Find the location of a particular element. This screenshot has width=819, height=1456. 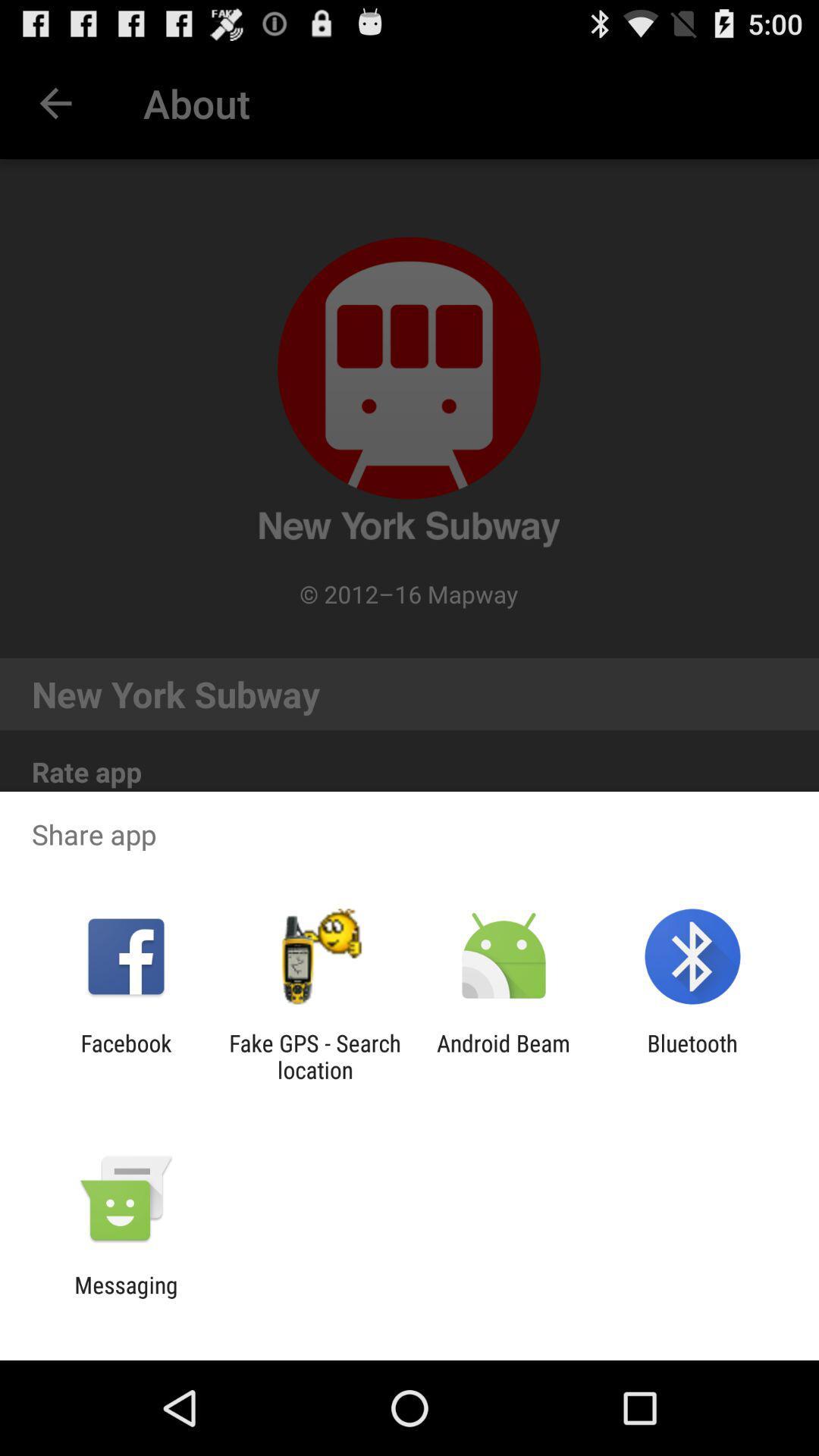

icon next to fake gps search app is located at coordinates (125, 1056).